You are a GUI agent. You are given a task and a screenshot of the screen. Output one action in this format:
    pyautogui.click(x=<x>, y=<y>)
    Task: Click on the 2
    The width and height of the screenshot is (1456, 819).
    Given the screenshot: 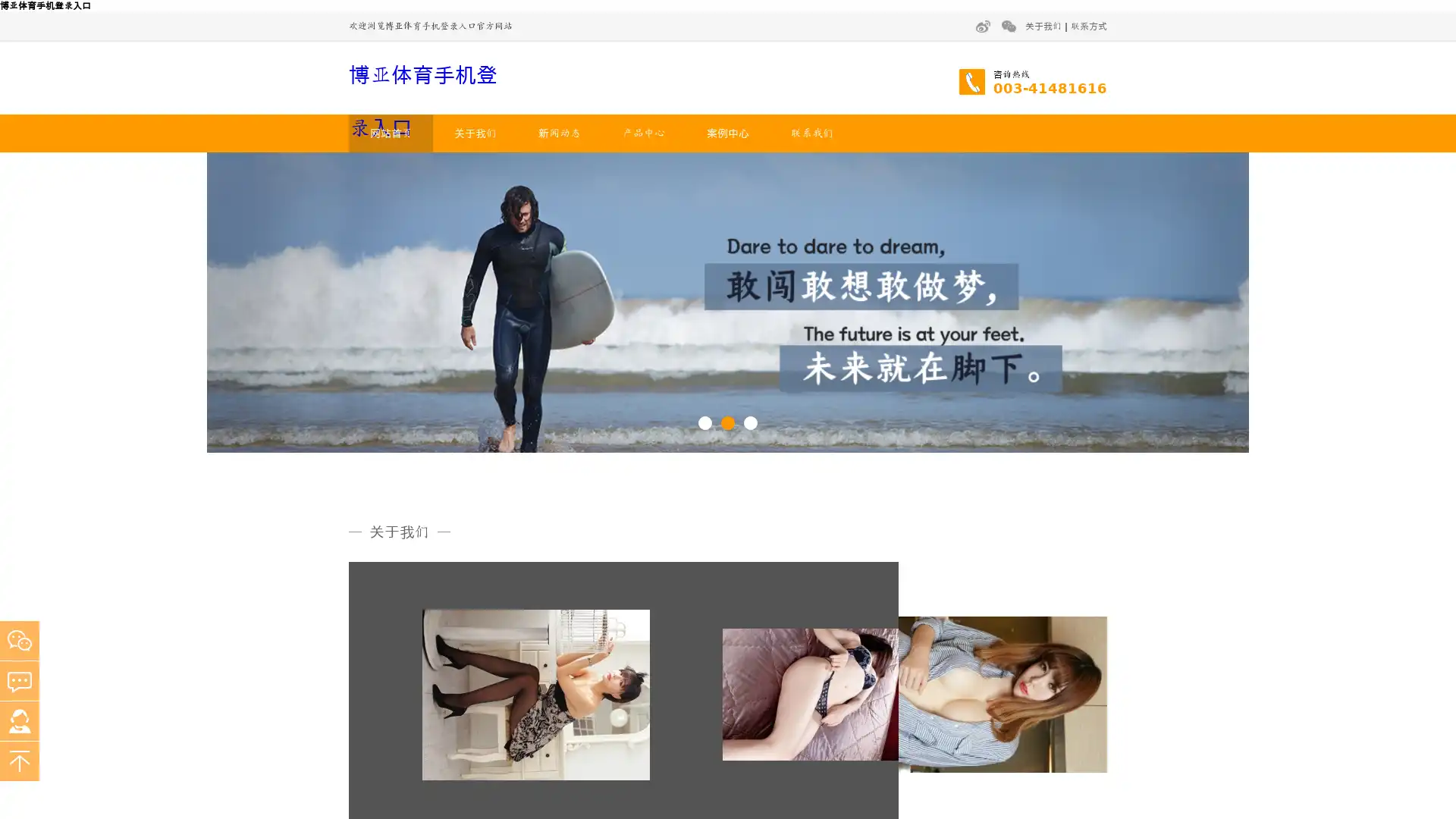 What is the action you would take?
    pyautogui.click(x=728, y=422)
    